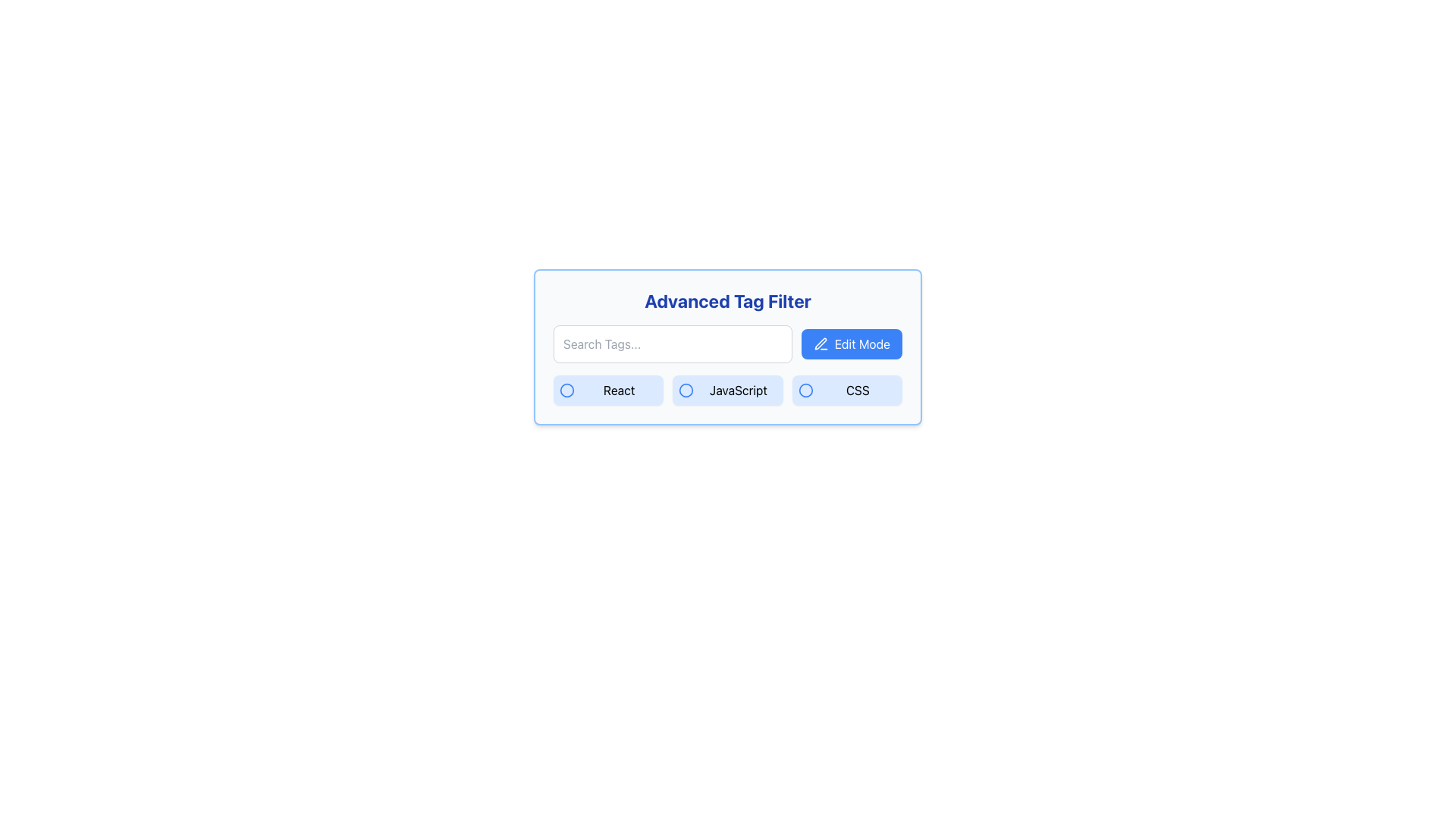 Image resolution: width=1456 pixels, height=819 pixels. What do you see at coordinates (728, 390) in the screenshot?
I see `the button labeled 'JavaScript'` at bounding box center [728, 390].